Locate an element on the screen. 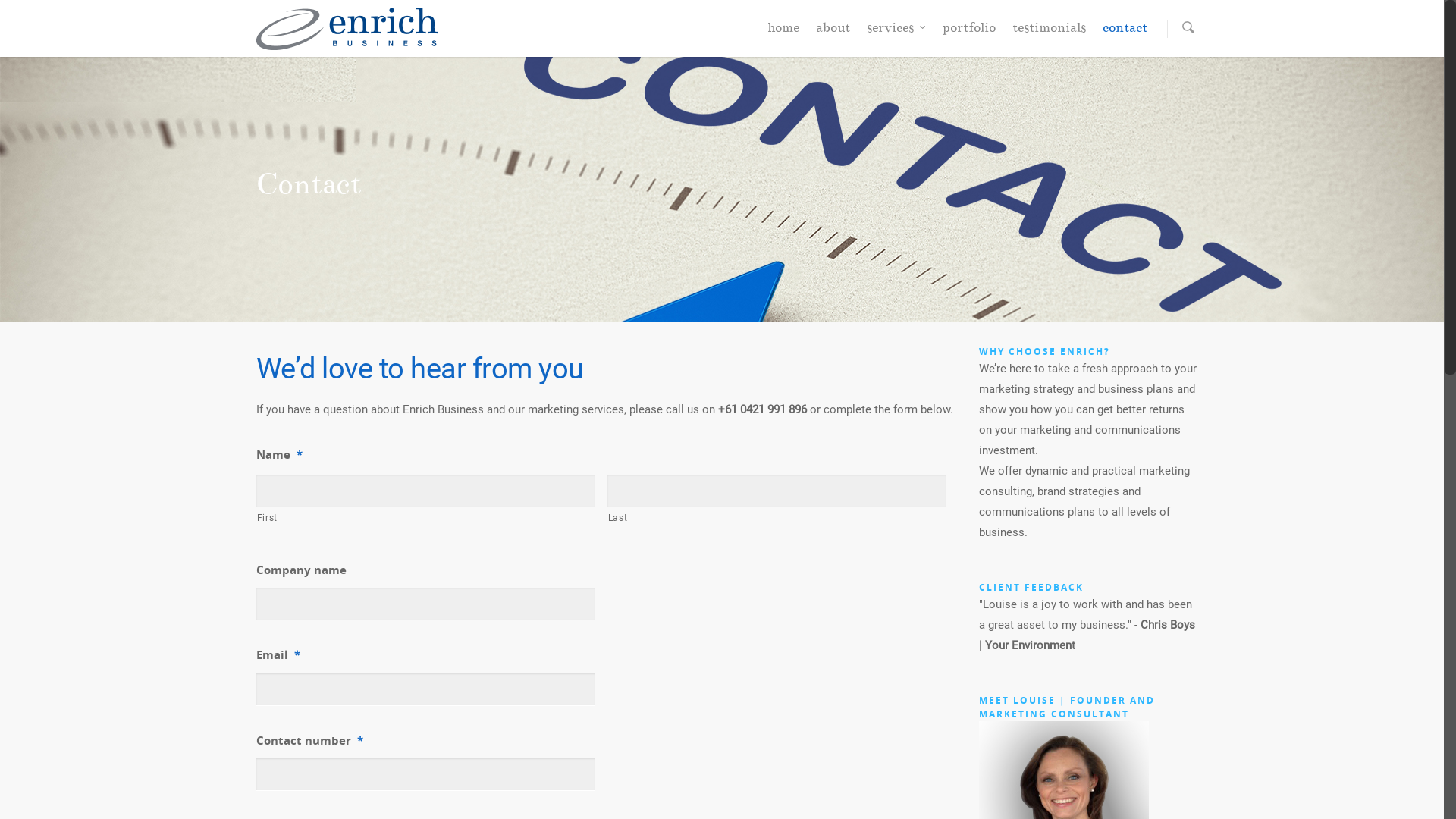 The image size is (1456, 819). 'home' is located at coordinates (760, 32).